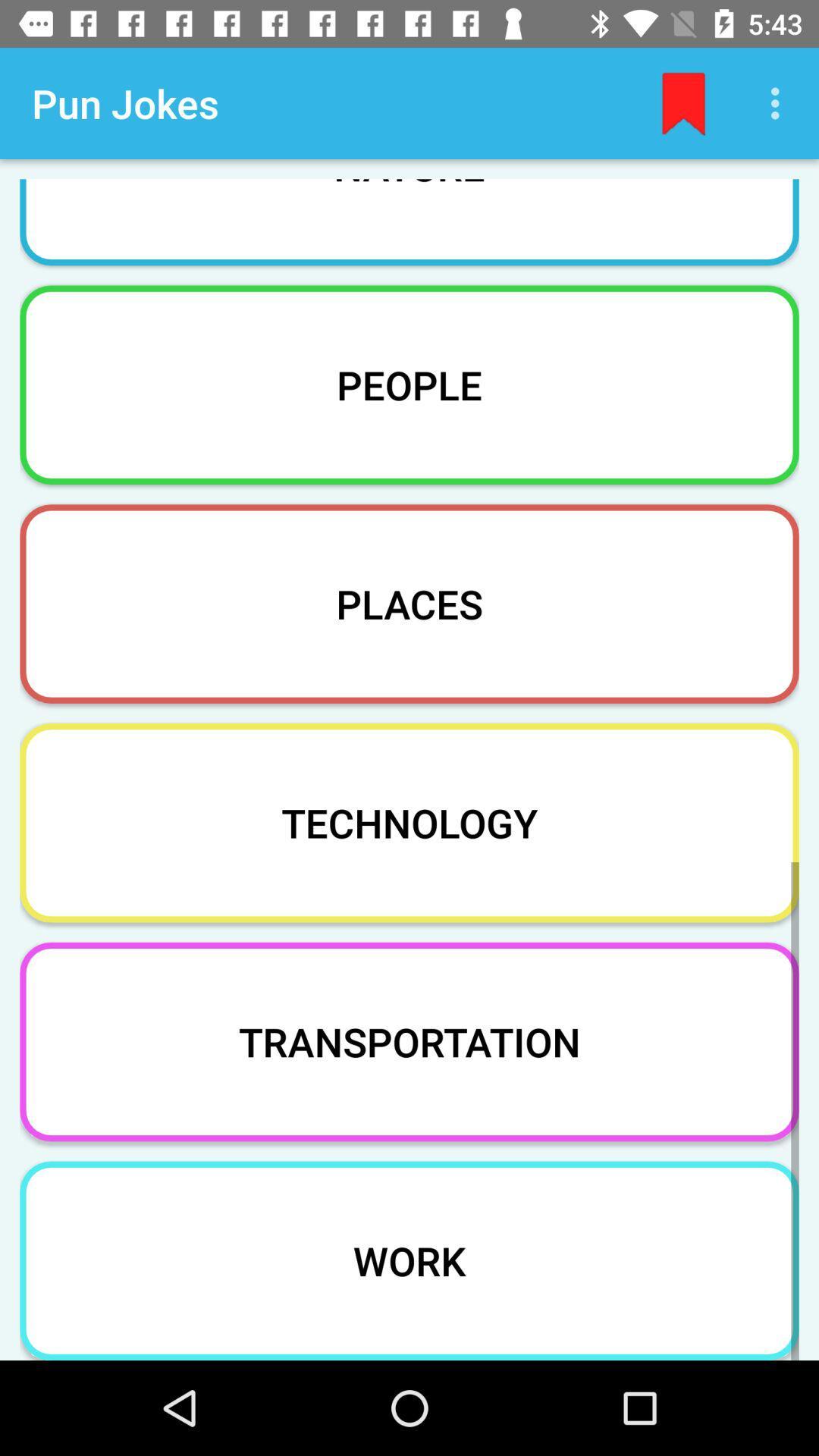 This screenshot has width=819, height=1456. What do you see at coordinates (409, 1260) in the screenshot?
I see `the work item` at bounding box center [409, 1260].